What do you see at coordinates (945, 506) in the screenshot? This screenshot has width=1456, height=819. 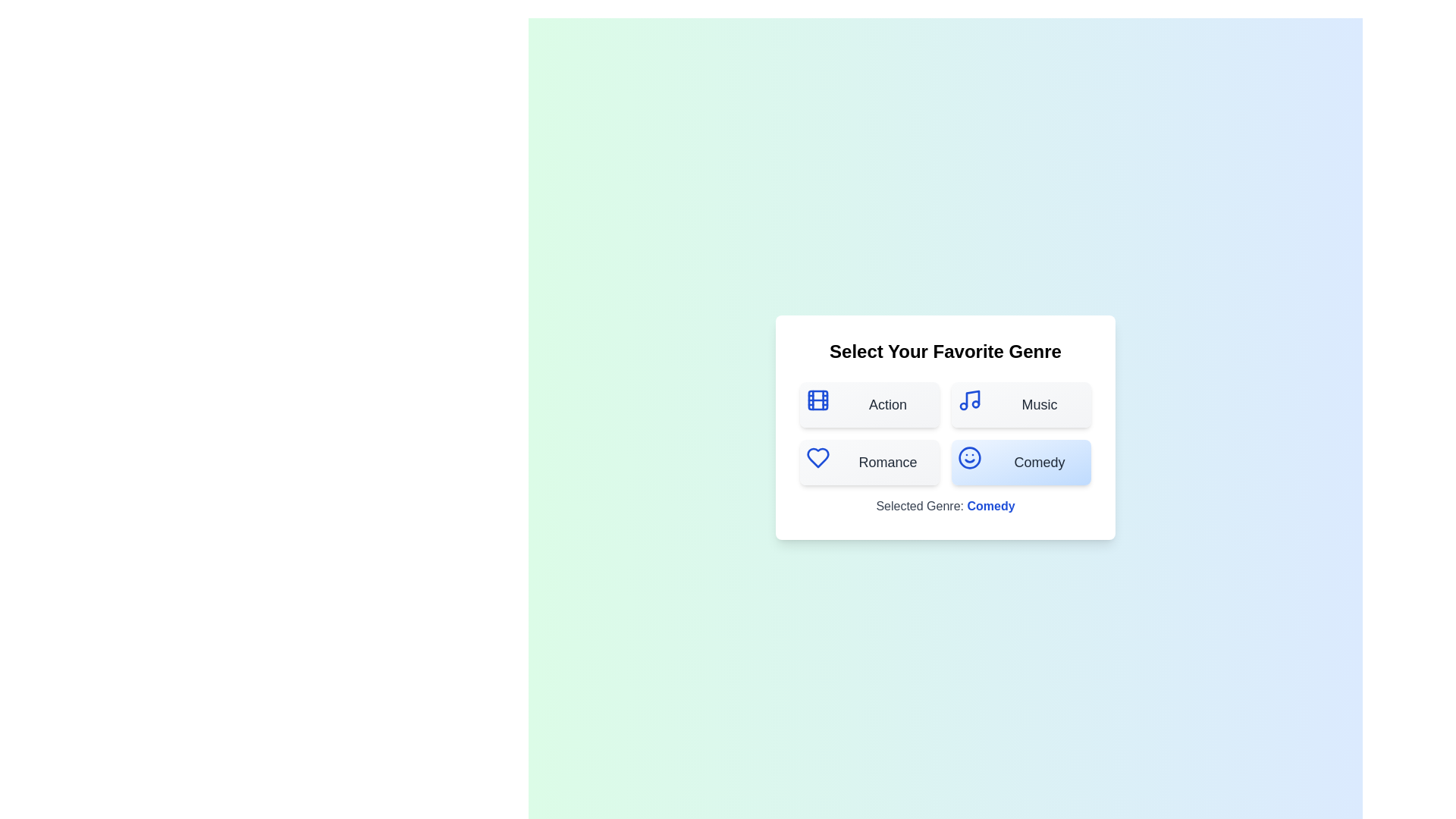 I see `the label displaying 'Selected Genre: Comedy', which is styled with a gray font and bold blue emphasis for 'Comedy', located beneath the genre selection buttons` at bounding box center [945, 506].